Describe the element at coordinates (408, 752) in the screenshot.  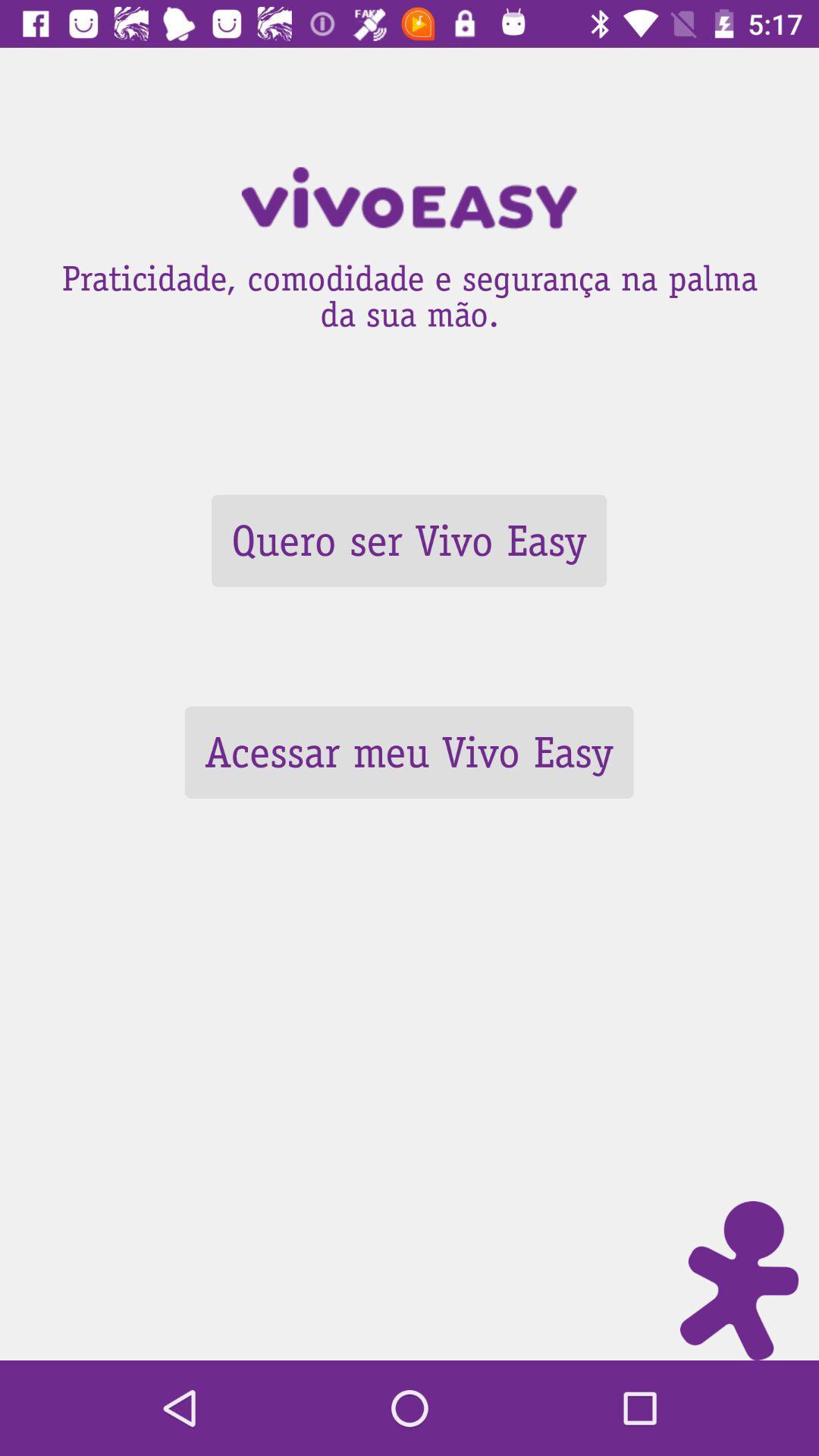
I see `acessar meu vivo icon` at that location.